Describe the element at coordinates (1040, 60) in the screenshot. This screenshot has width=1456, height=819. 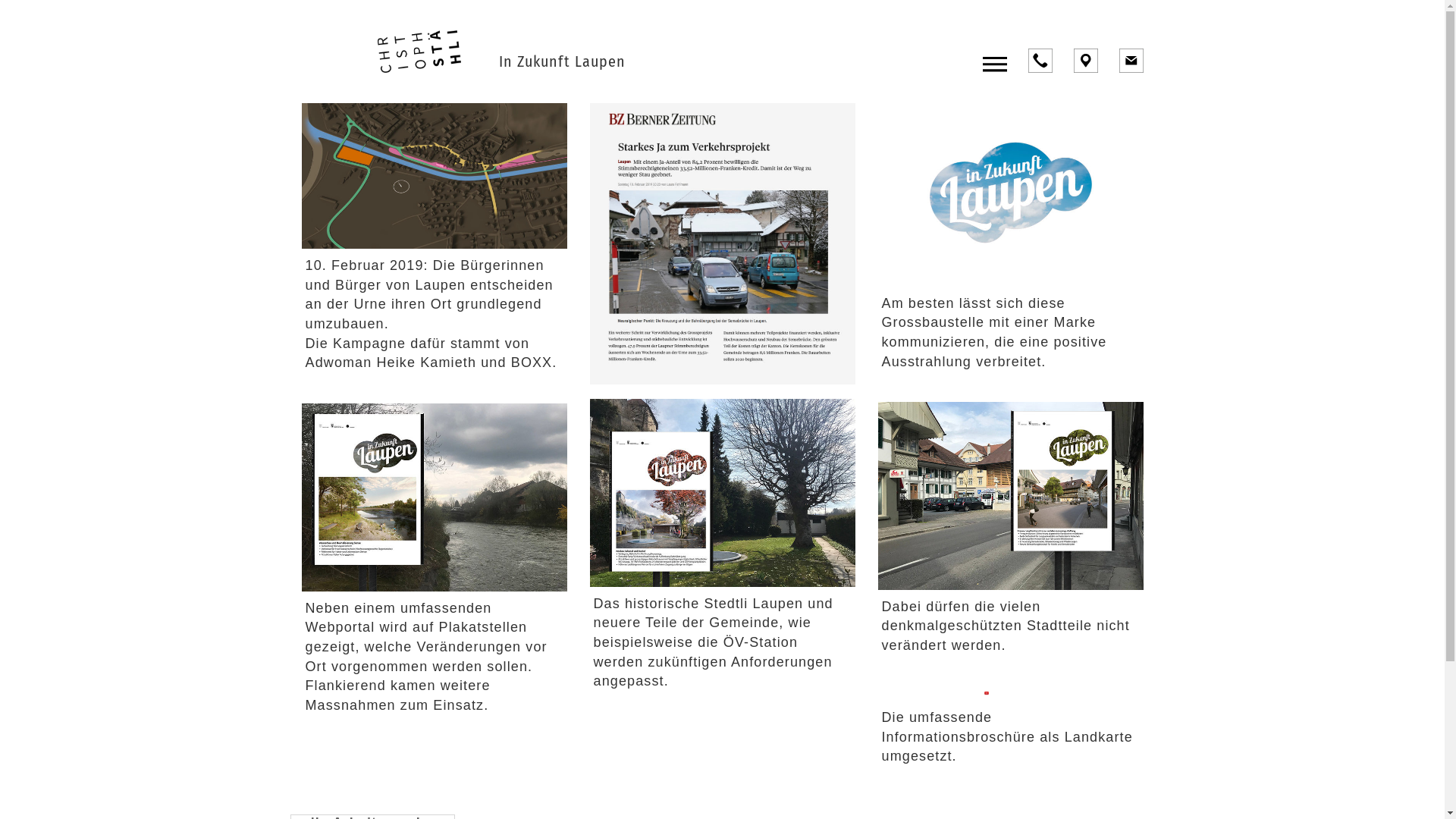
I see `'Anrufen'` at that location.